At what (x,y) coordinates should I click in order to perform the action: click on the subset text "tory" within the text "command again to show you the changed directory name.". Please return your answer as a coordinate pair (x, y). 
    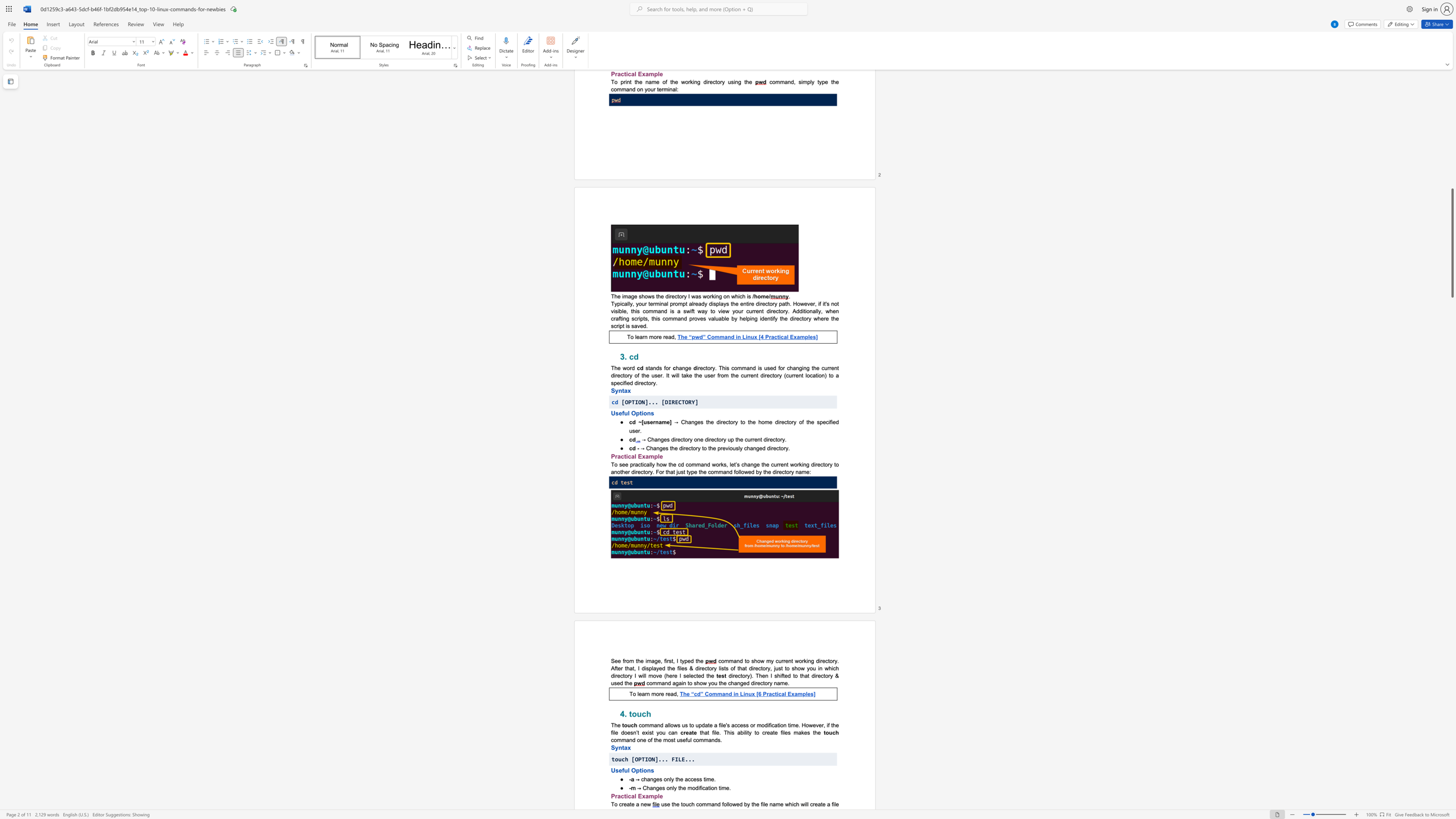
    Looking at the image, I should click on (762, 683).